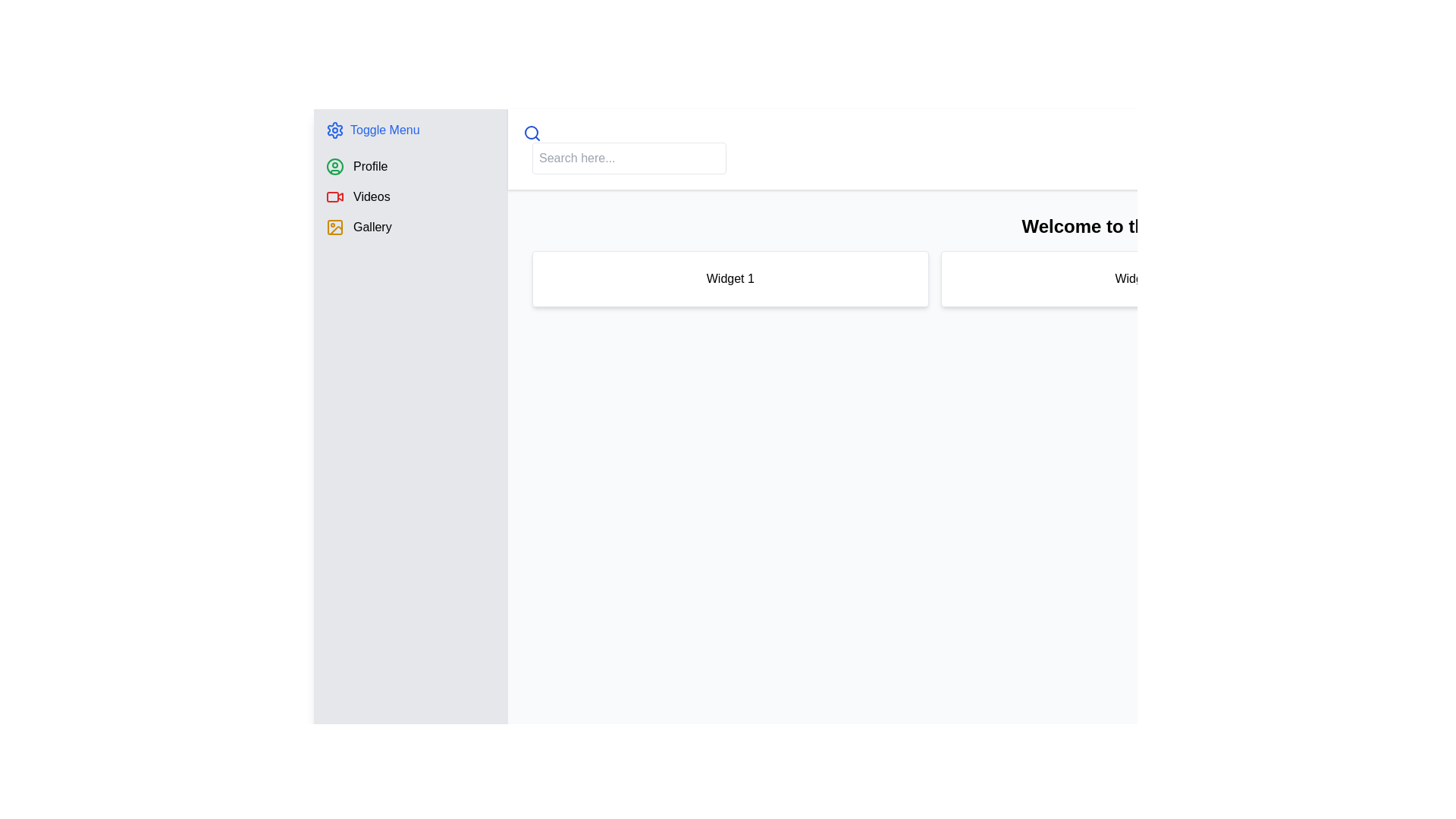  What do you see at coordinates (334, 227) in the screenshot?
I see `the yellow photographic icon with a rounded square border, located directly to the left of the 'Gallery' text in the left sidebar menu, to associate it with the labeled 'Gallery' menu item` at bounding box center [334, 227].